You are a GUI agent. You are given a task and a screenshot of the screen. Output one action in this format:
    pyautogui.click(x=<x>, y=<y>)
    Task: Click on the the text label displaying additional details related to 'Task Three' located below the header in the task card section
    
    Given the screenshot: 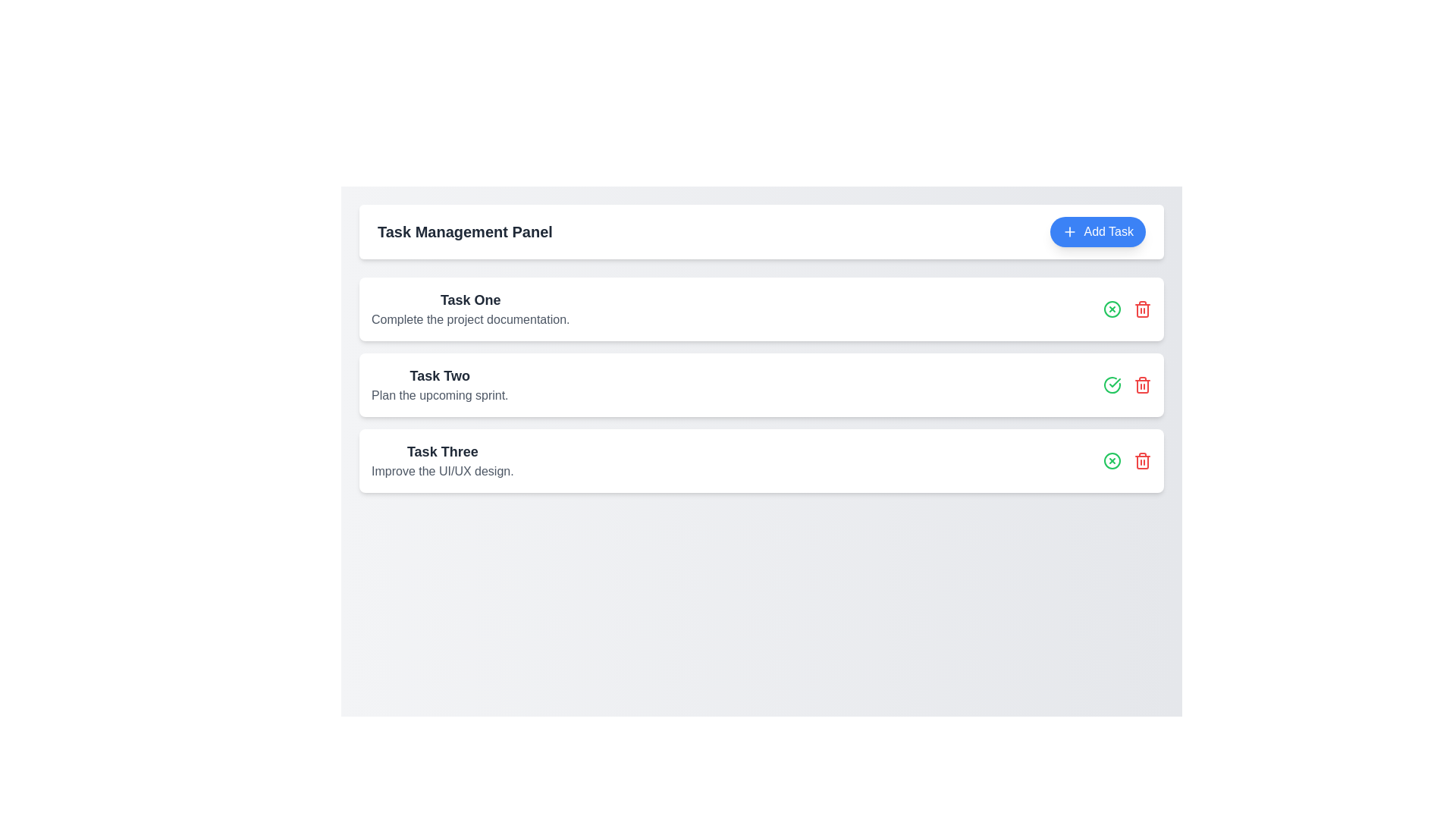 What is the action you would take?
    pyautogui.click(x=441, y=470)
    